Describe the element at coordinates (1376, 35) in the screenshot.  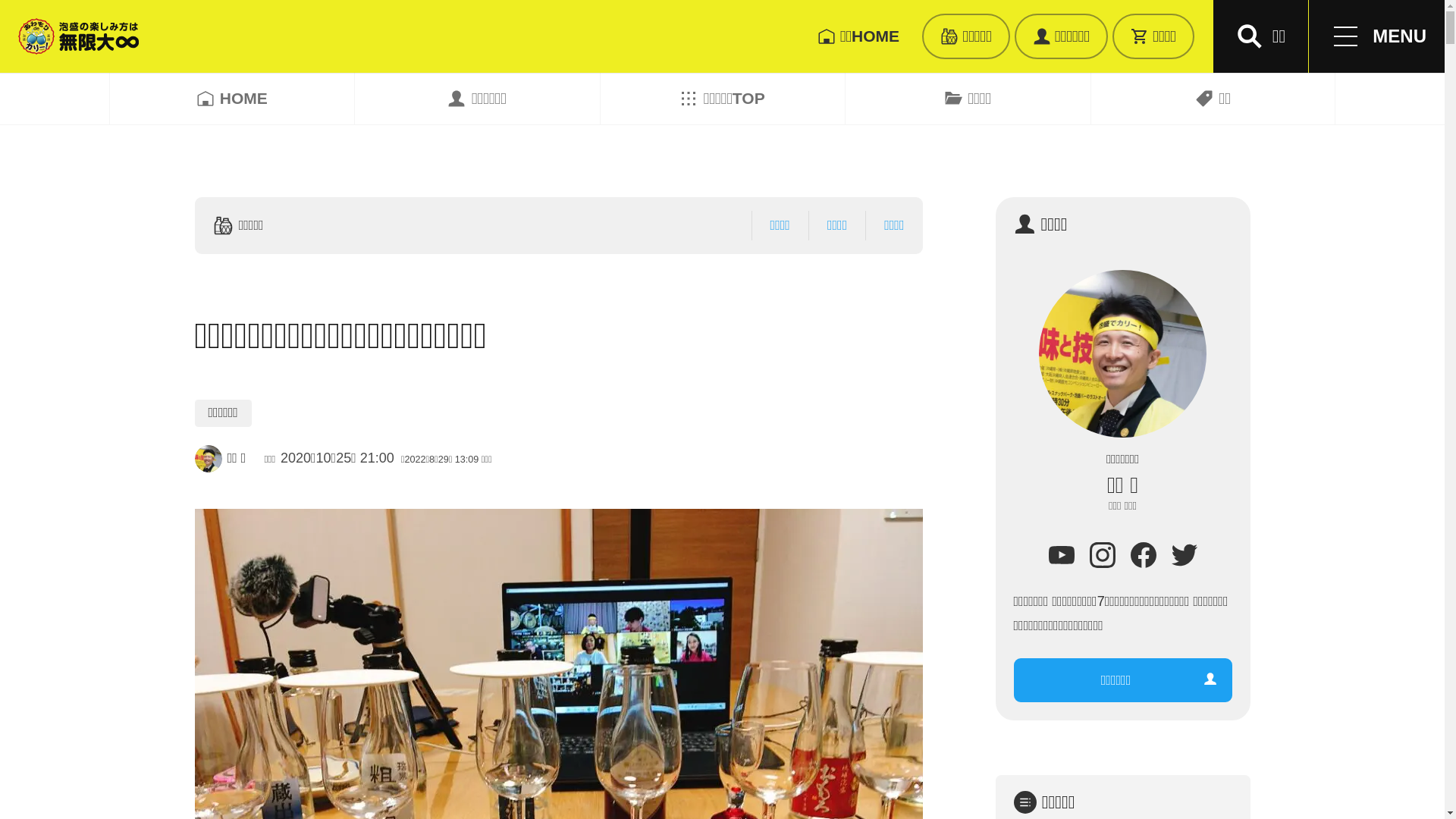
I see `'MENU'` at that location.